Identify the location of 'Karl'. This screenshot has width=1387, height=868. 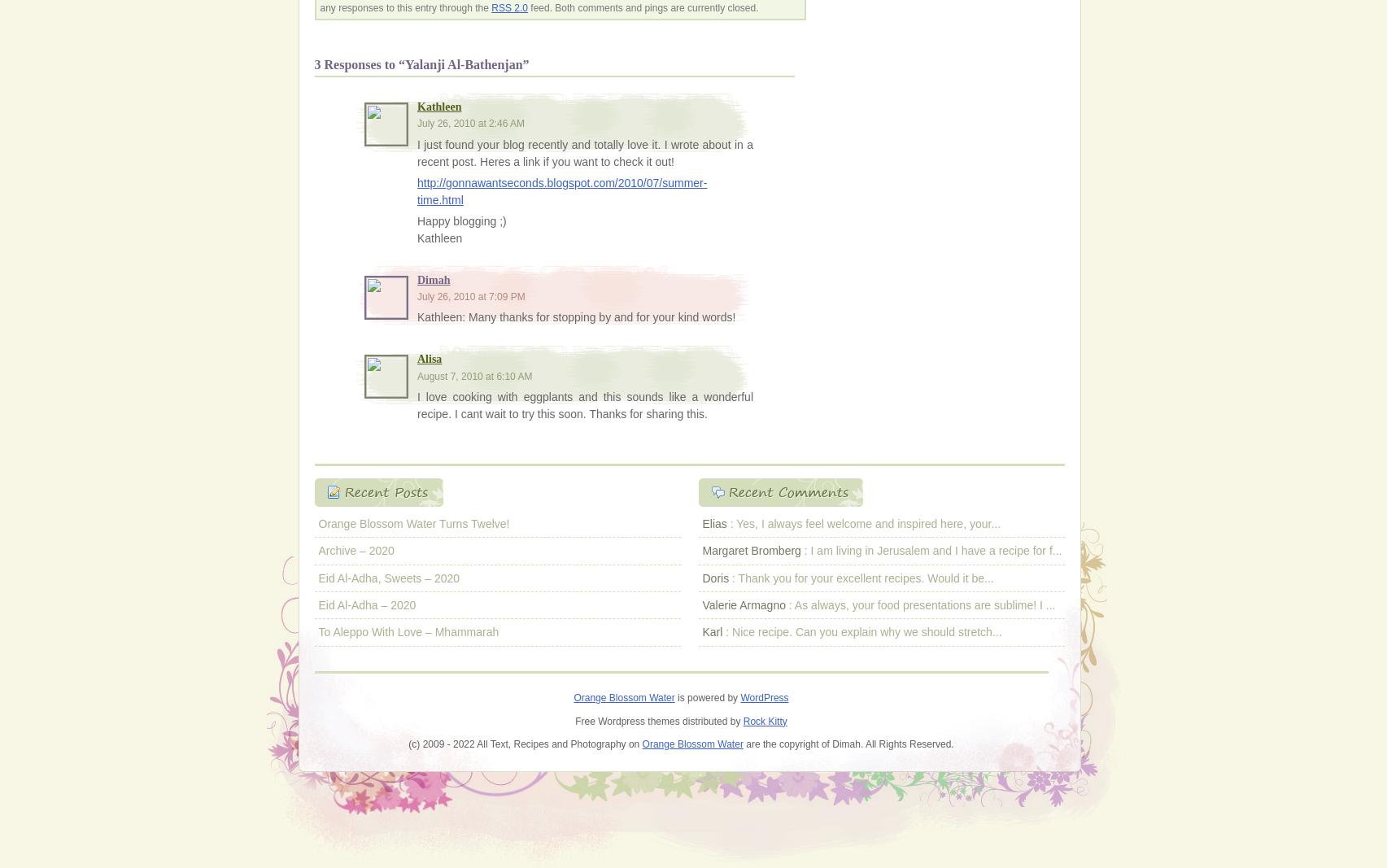
(711, 630).